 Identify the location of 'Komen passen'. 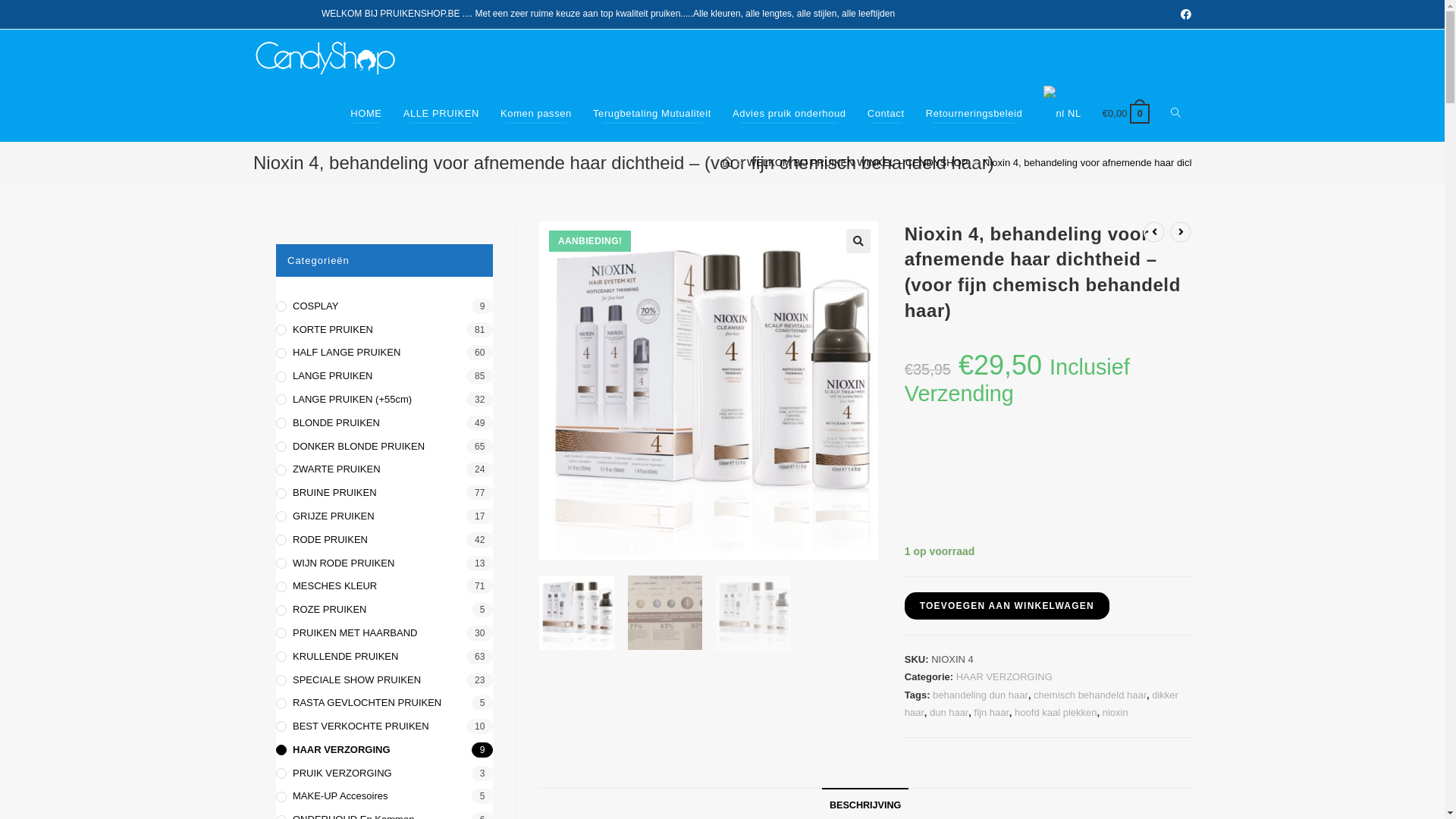
(490, 113).